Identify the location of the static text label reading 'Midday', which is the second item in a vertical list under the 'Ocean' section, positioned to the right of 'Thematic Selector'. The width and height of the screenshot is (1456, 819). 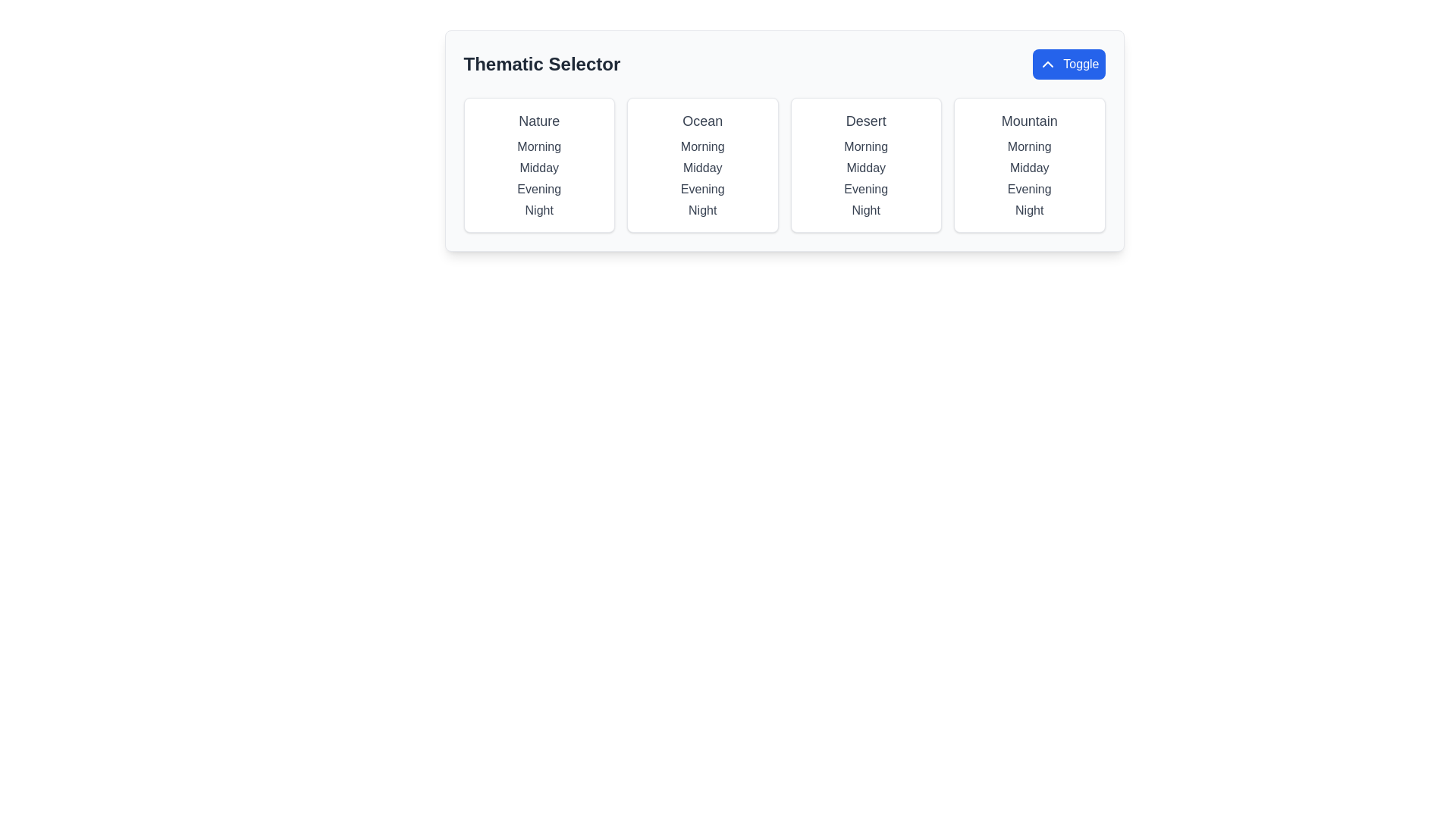
(701, 168).